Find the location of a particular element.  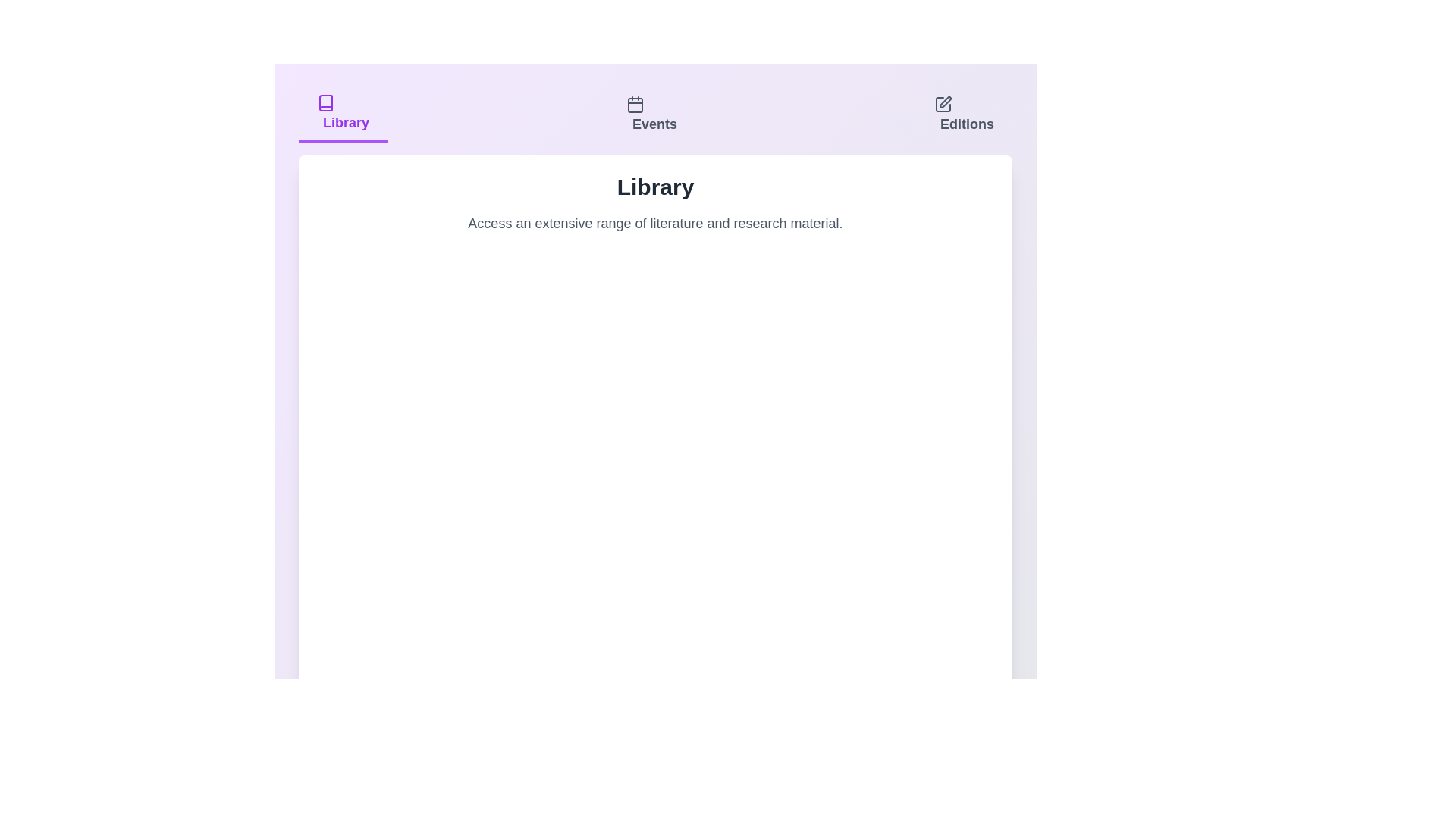

the Events tab by clicking on its title or icon is located at coordinates (651, 114).